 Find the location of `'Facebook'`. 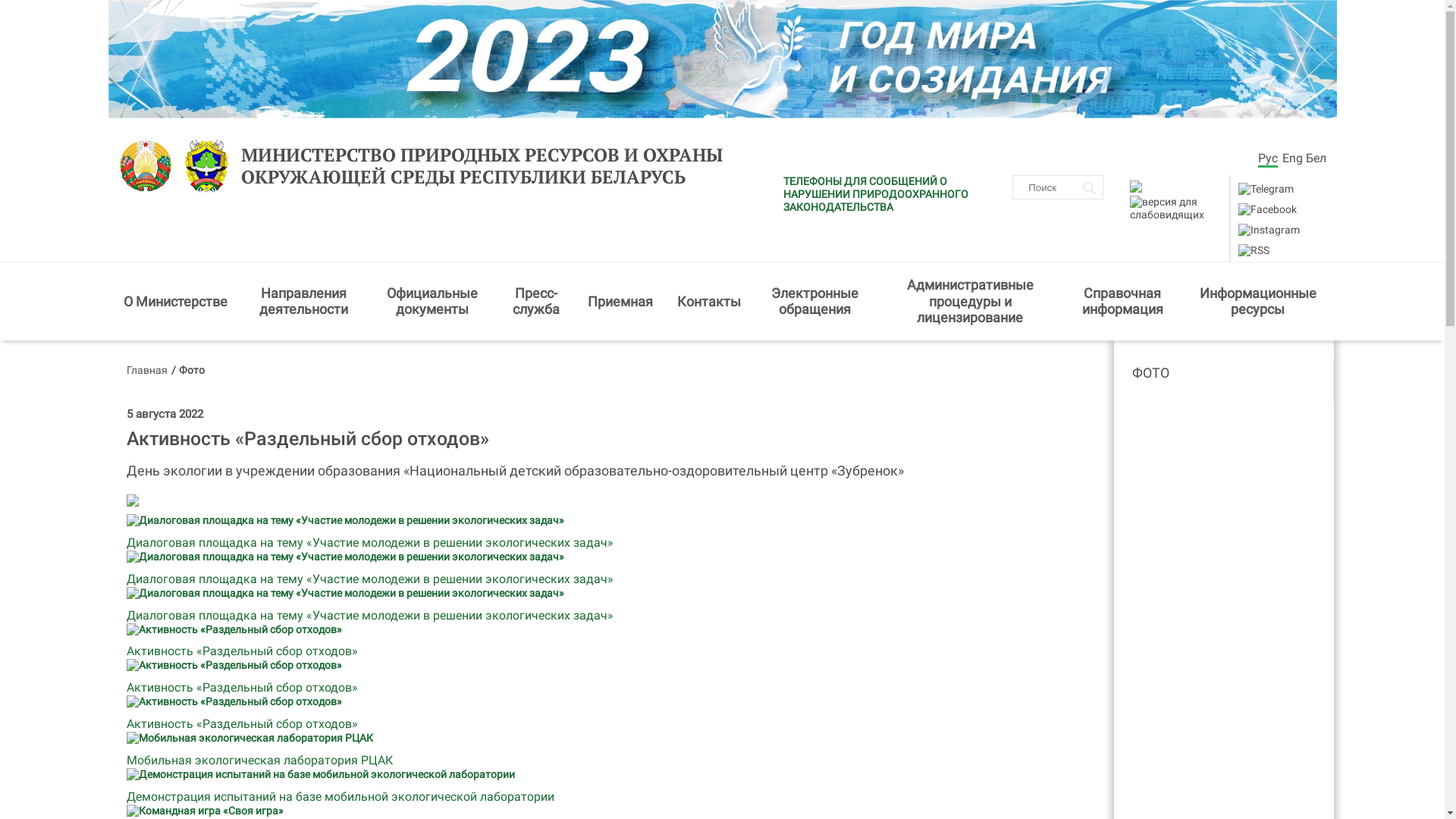

'Facebook' is located at coordinates (1266, 209).